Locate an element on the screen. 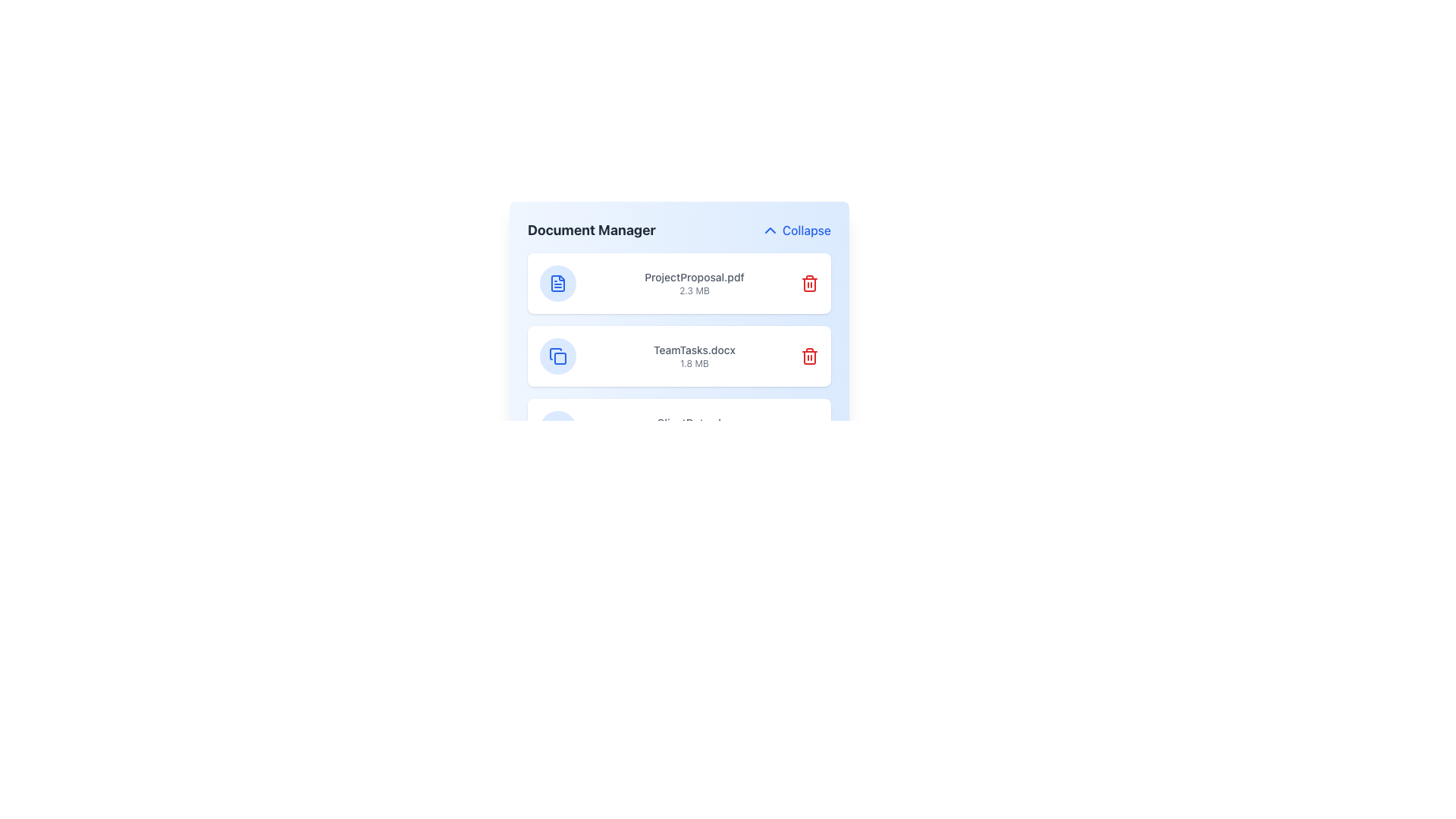  the text label displaying 'TeamTasks.docx', which is styled in text-sm and font-medium with a gray-600 color, located in the file listing interface is located at coordinates (694, 350).